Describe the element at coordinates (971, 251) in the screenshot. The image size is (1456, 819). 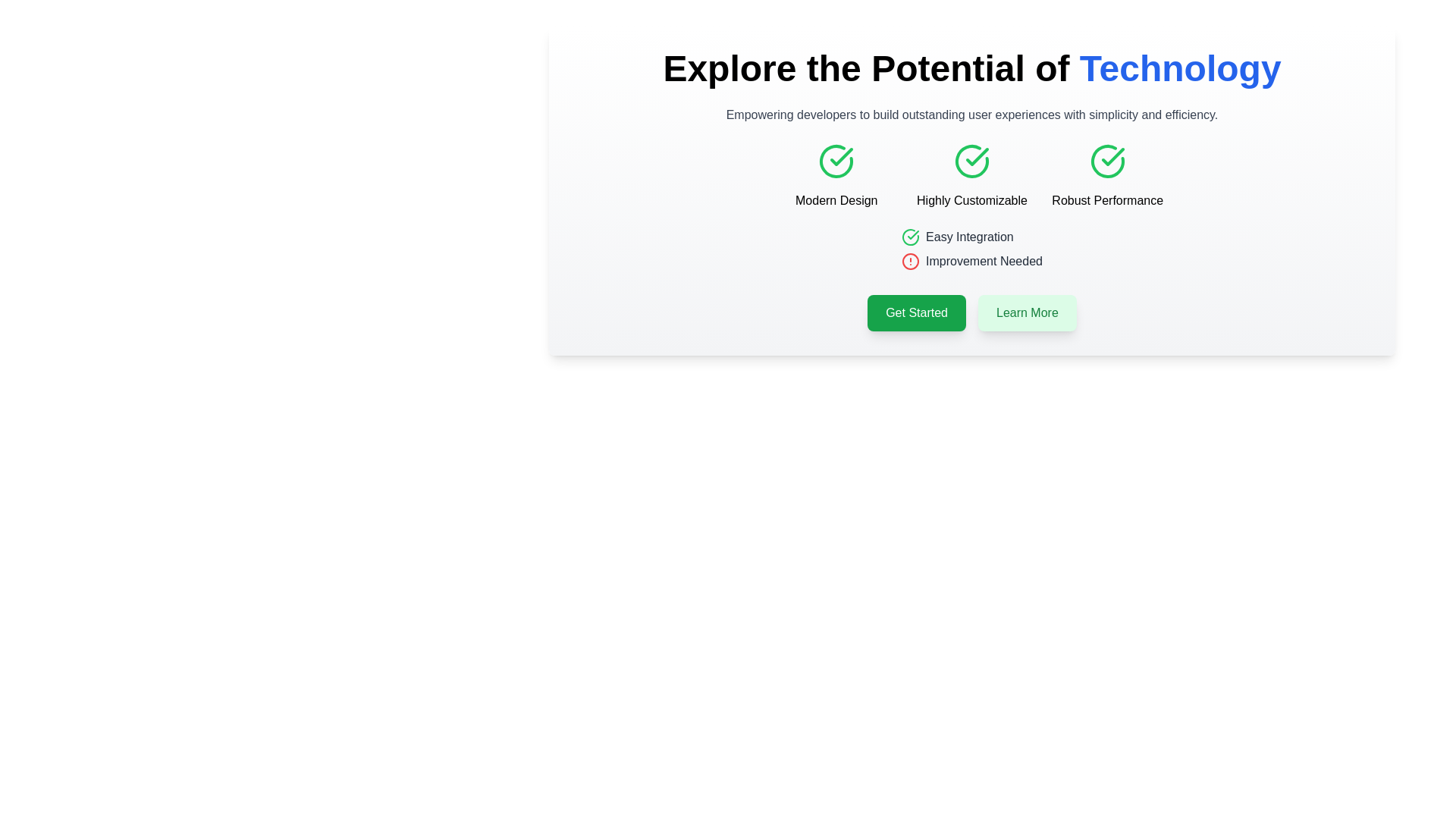
I see `the Informational Group containing 'Easy Integration' with a green checkmark and 'Improvement Needed' with a red exclamation icon, positioned below 'Highly Customizable' and above 'Get Started' and 'Learn More' buttons` at that location.